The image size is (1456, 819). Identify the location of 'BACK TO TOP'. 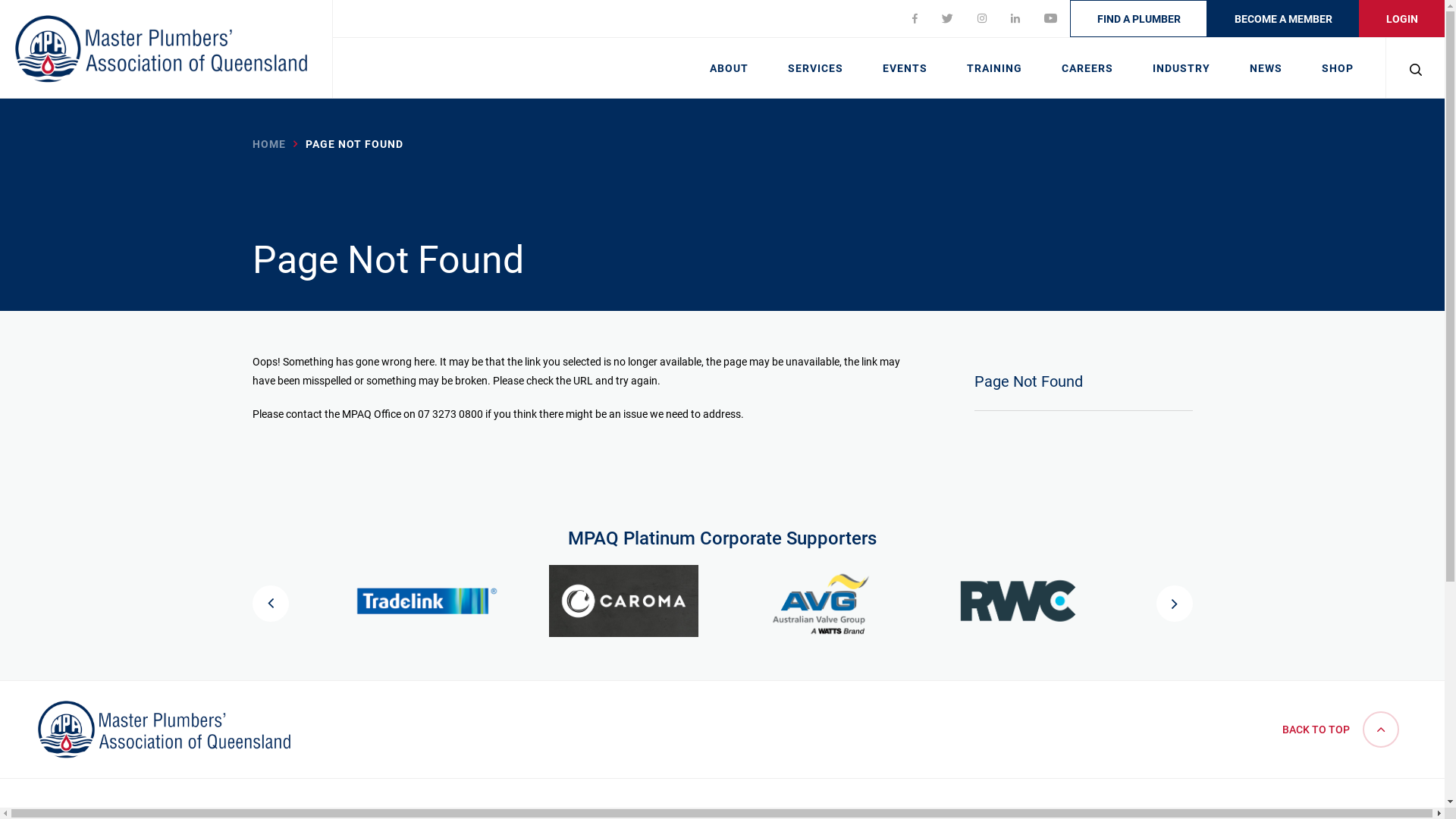
(1274, 728).